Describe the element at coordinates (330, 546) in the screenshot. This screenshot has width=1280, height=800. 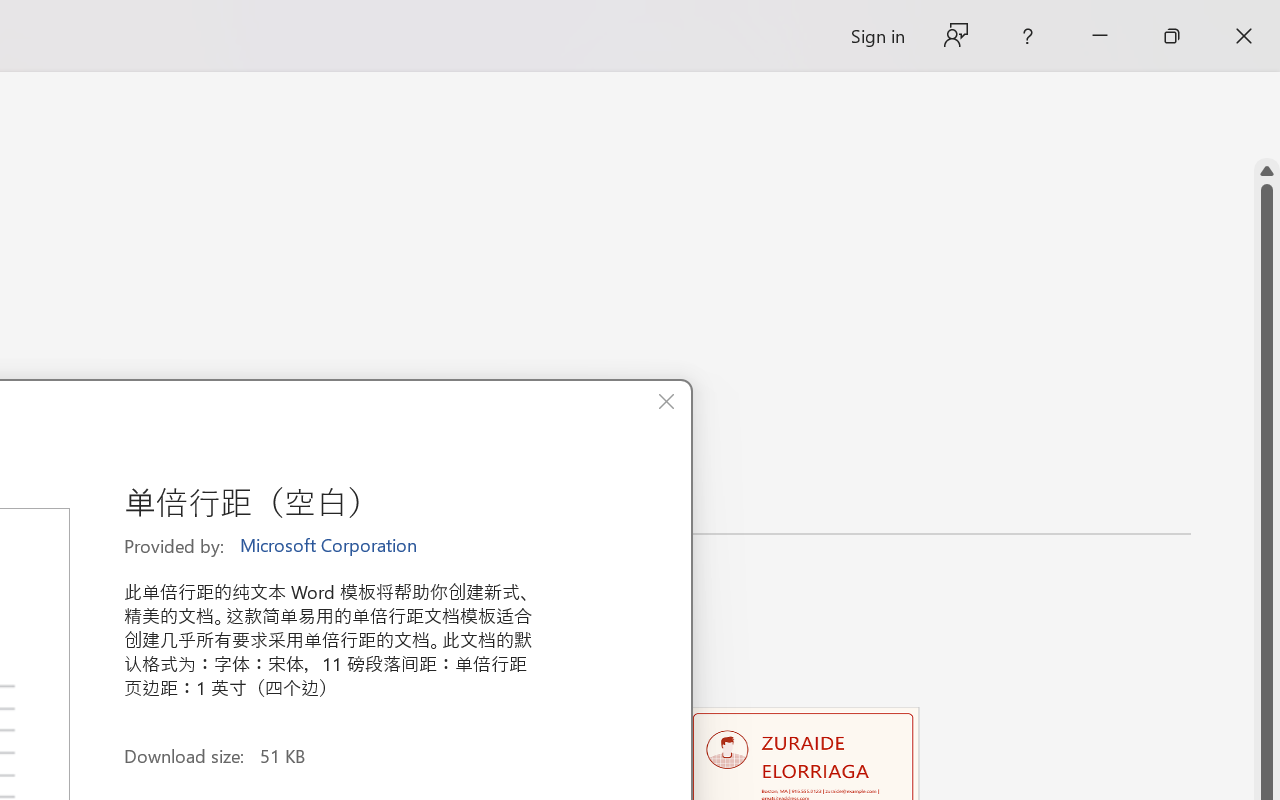
I see `'Microsoft Corporation'` at that location.